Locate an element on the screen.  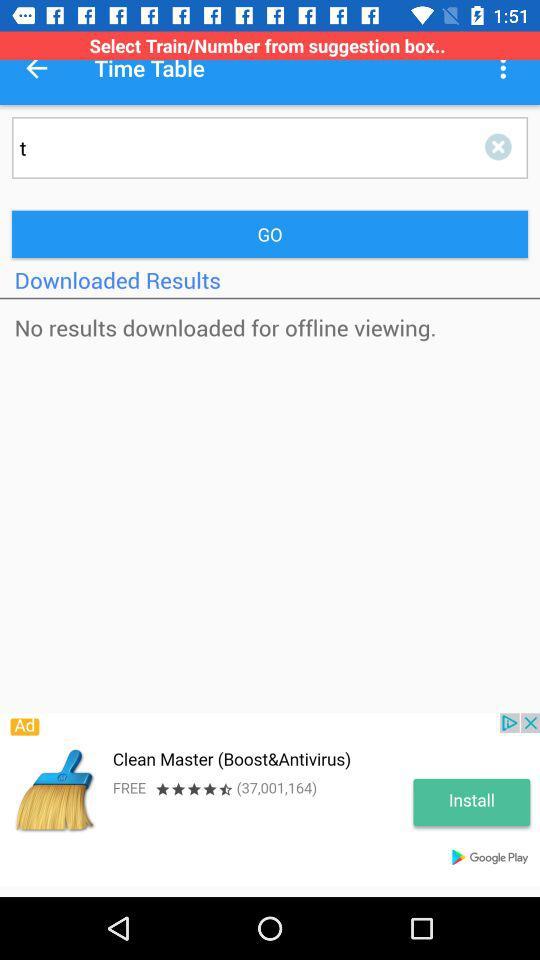
advertisement page is located at coordinates (270, 799).